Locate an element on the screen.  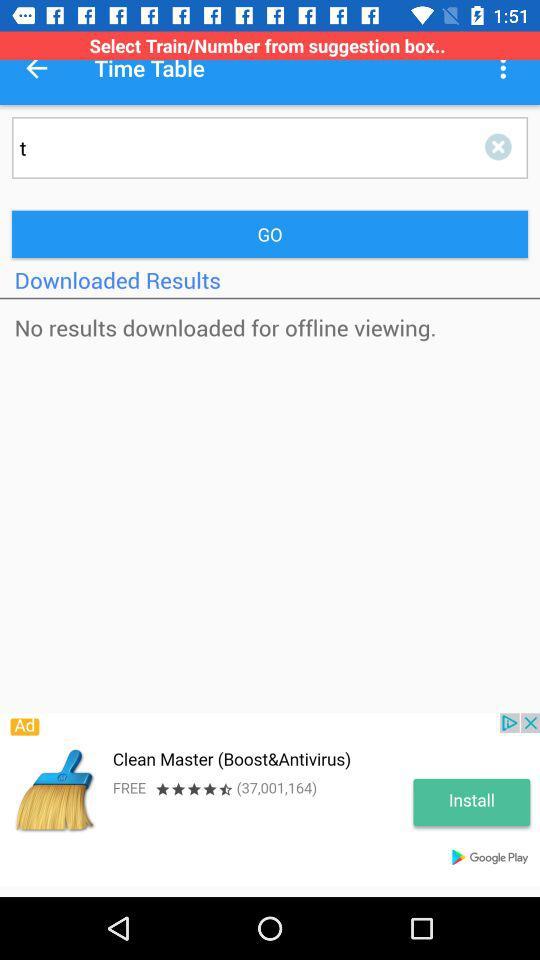
advertisement page is located at coordinates (270, 799).